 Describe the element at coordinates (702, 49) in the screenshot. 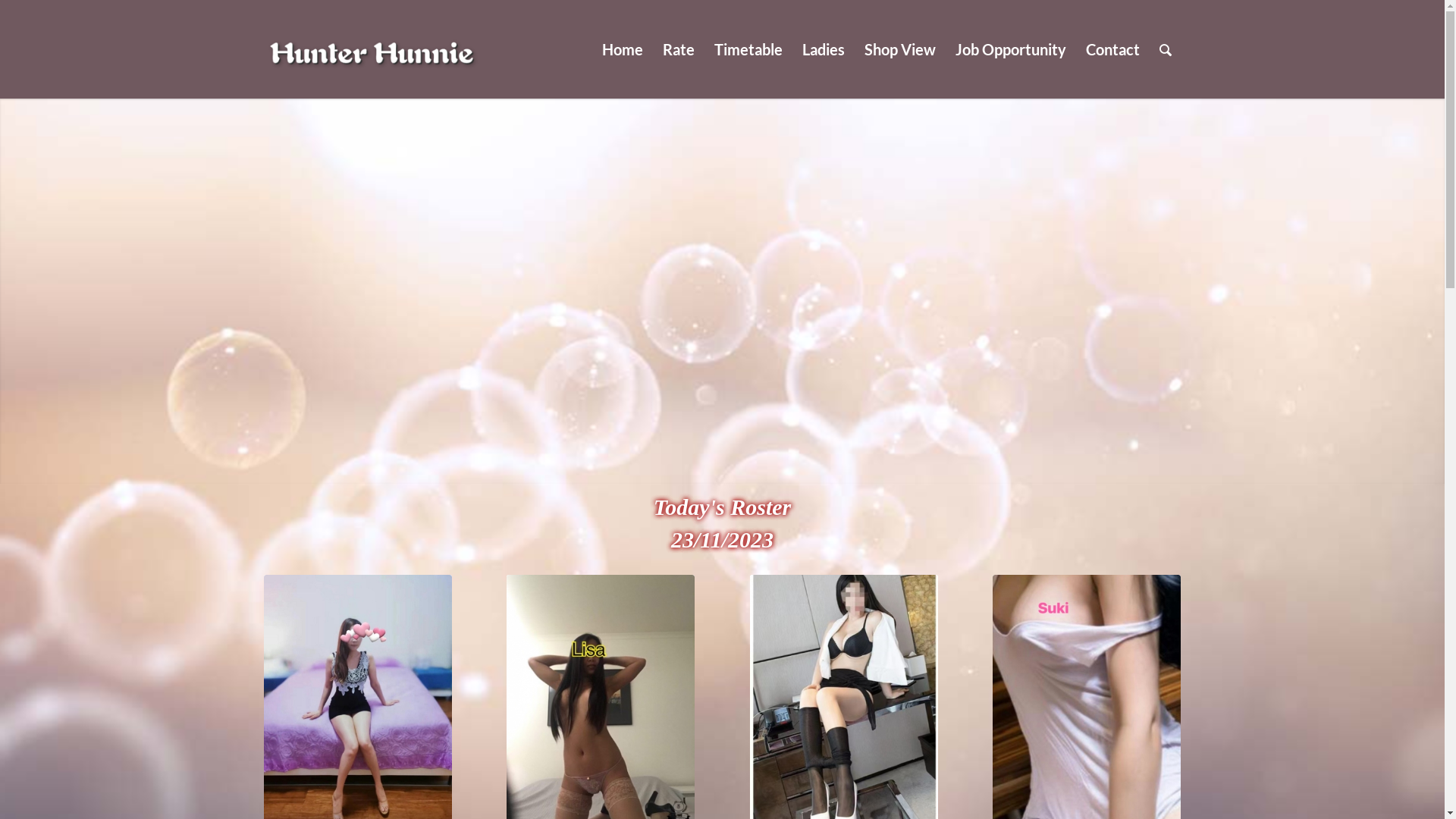

I see `'Timetable'` at that location.